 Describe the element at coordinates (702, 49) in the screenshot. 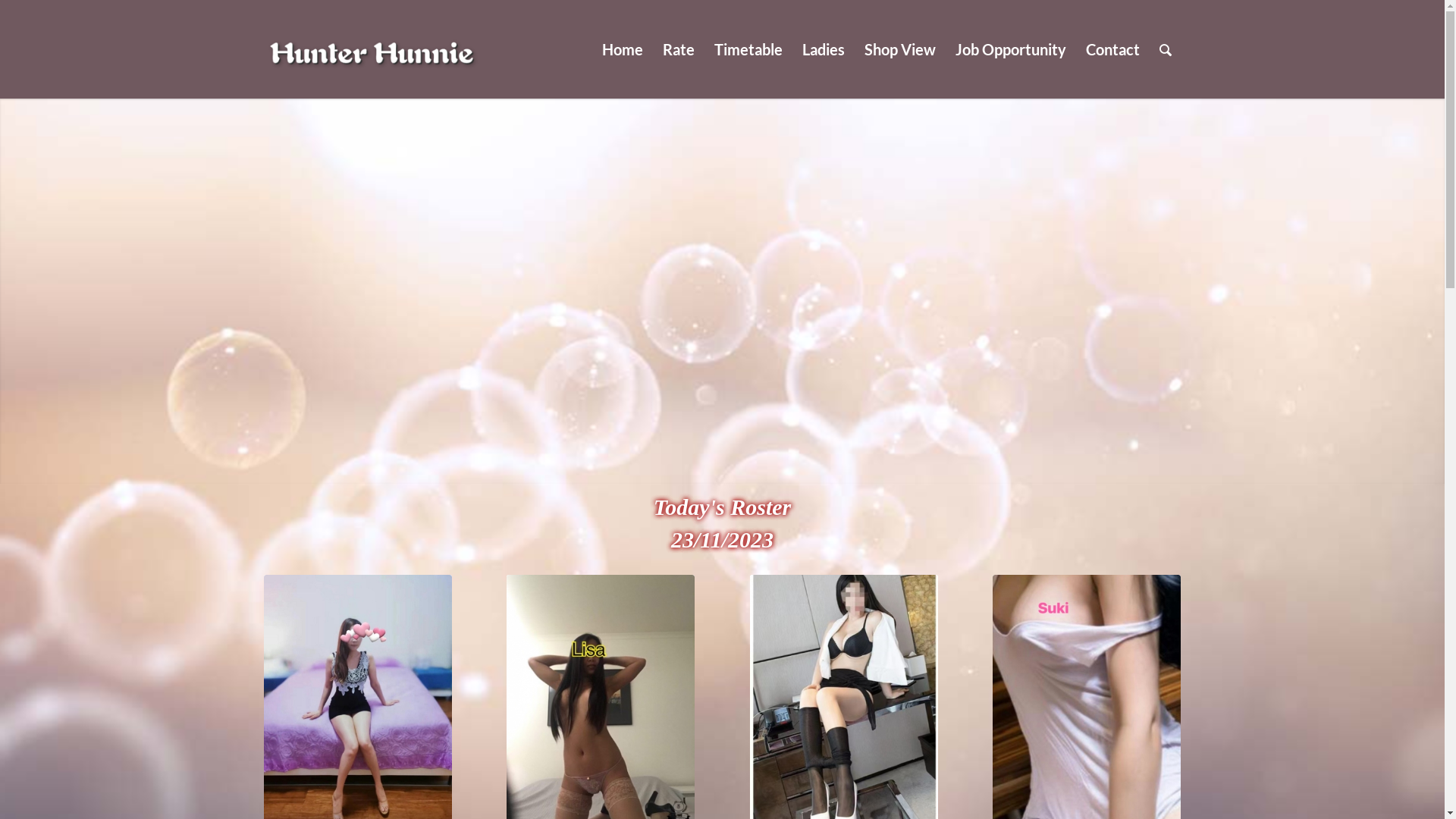

I see `'Timetable'` at that location.